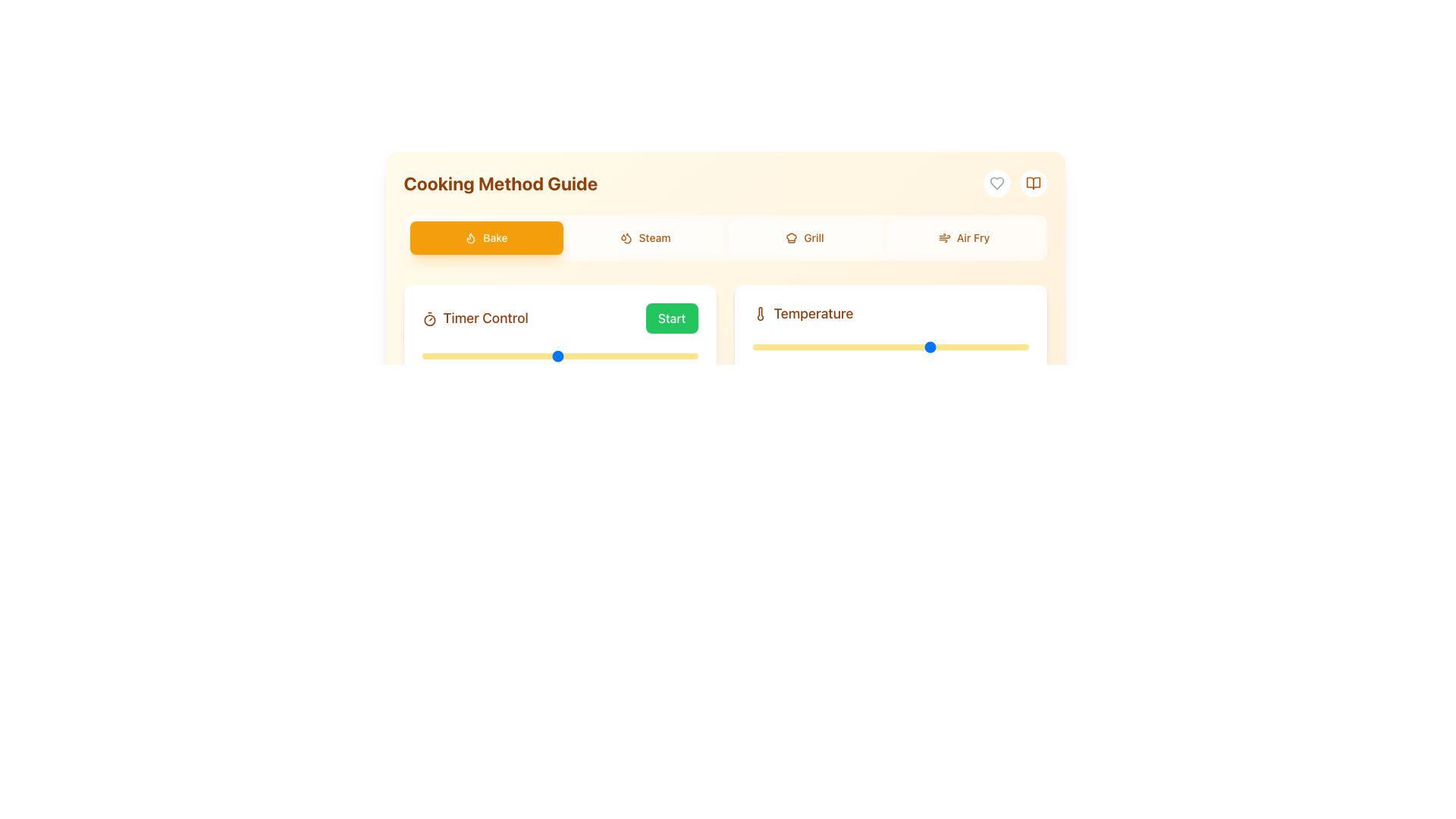  Describe the element at coordinates (770, 347) in the screenshot. I see `the temperature slider` at that location.